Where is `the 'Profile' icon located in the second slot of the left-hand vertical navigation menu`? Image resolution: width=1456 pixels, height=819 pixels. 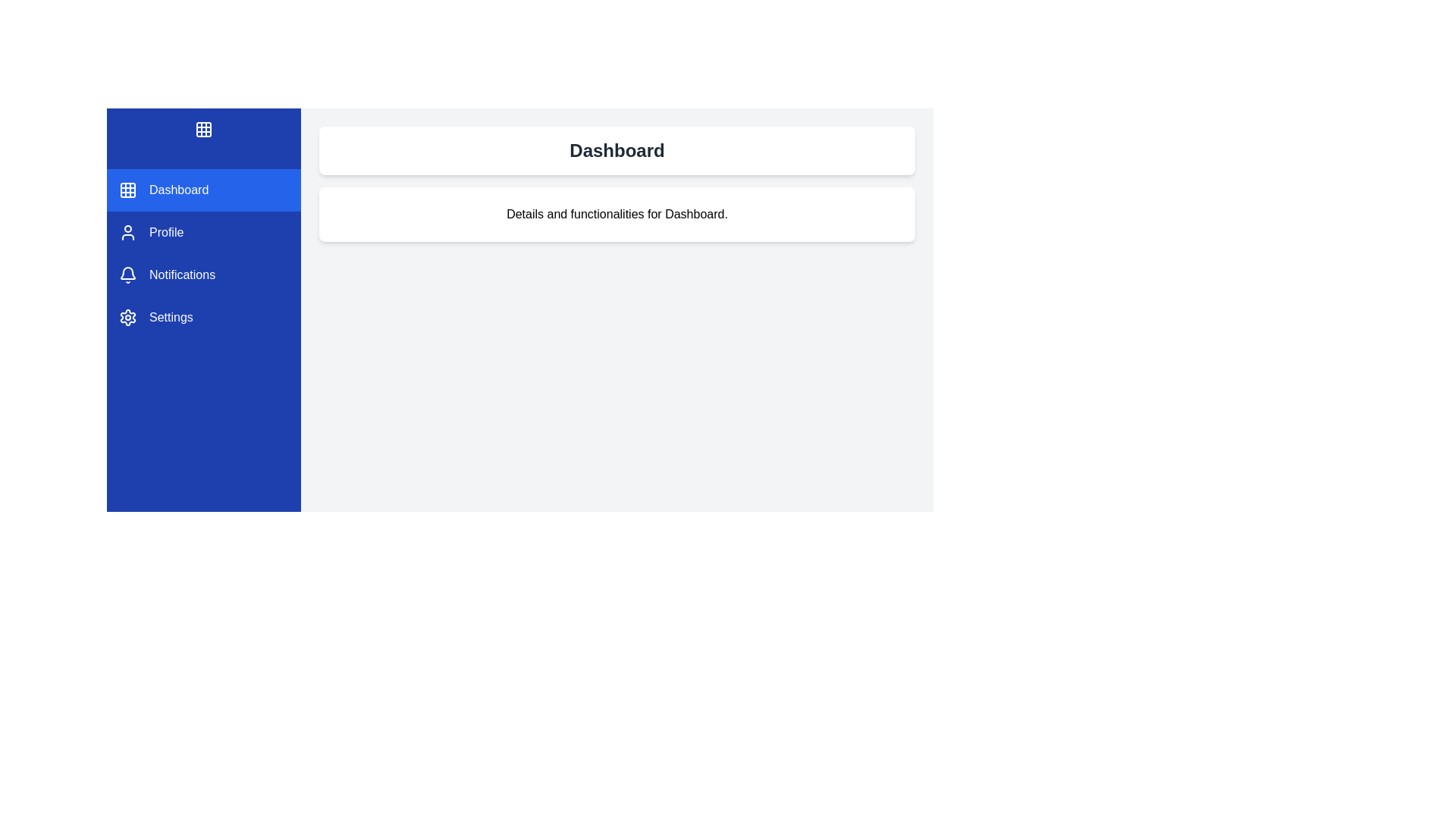
the 'Profile' icon located in the second slot of the left-hand vertical navigation menu is located at coordinates (127, 233).